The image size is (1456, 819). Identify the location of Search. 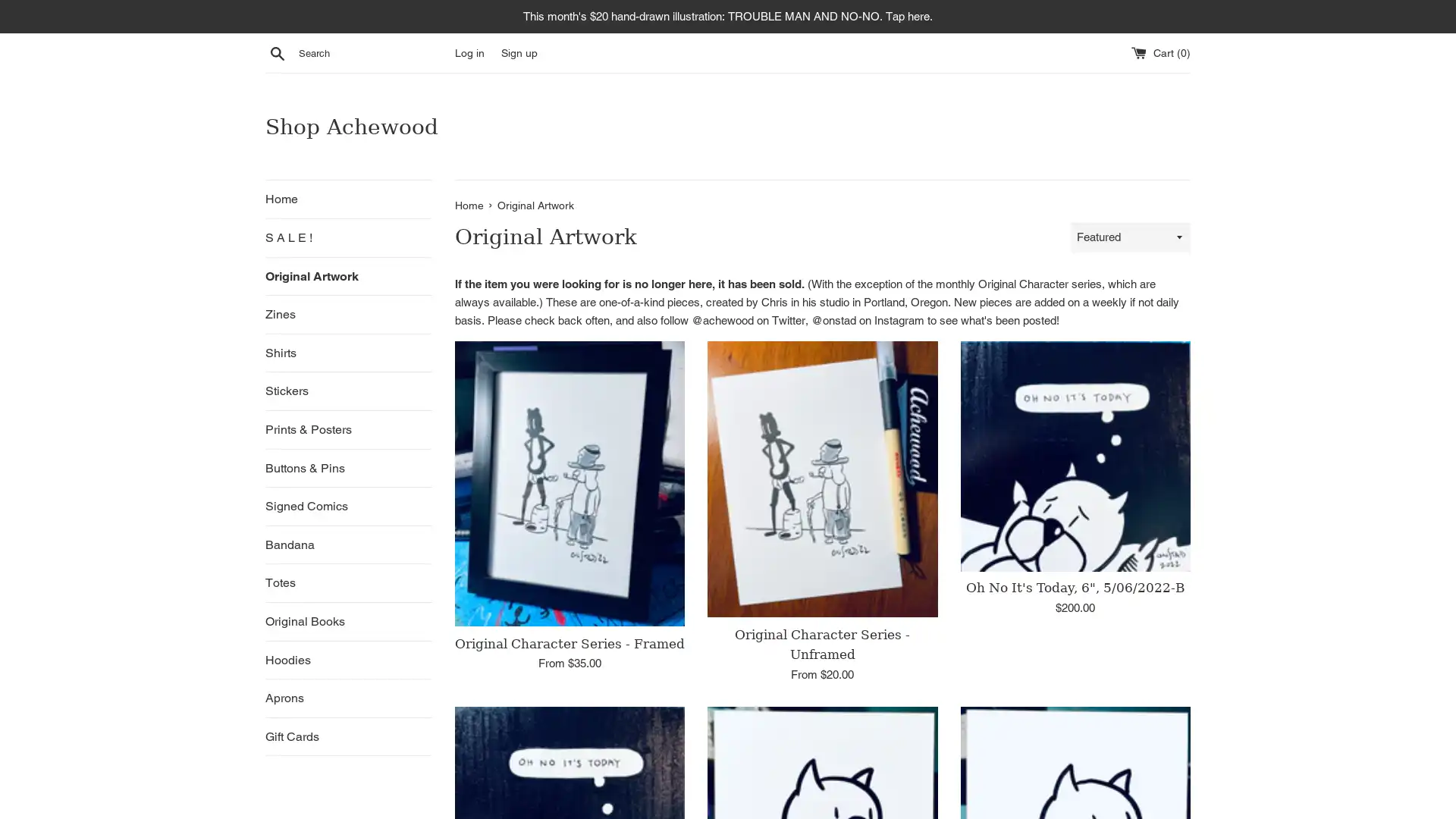
(277, 52).